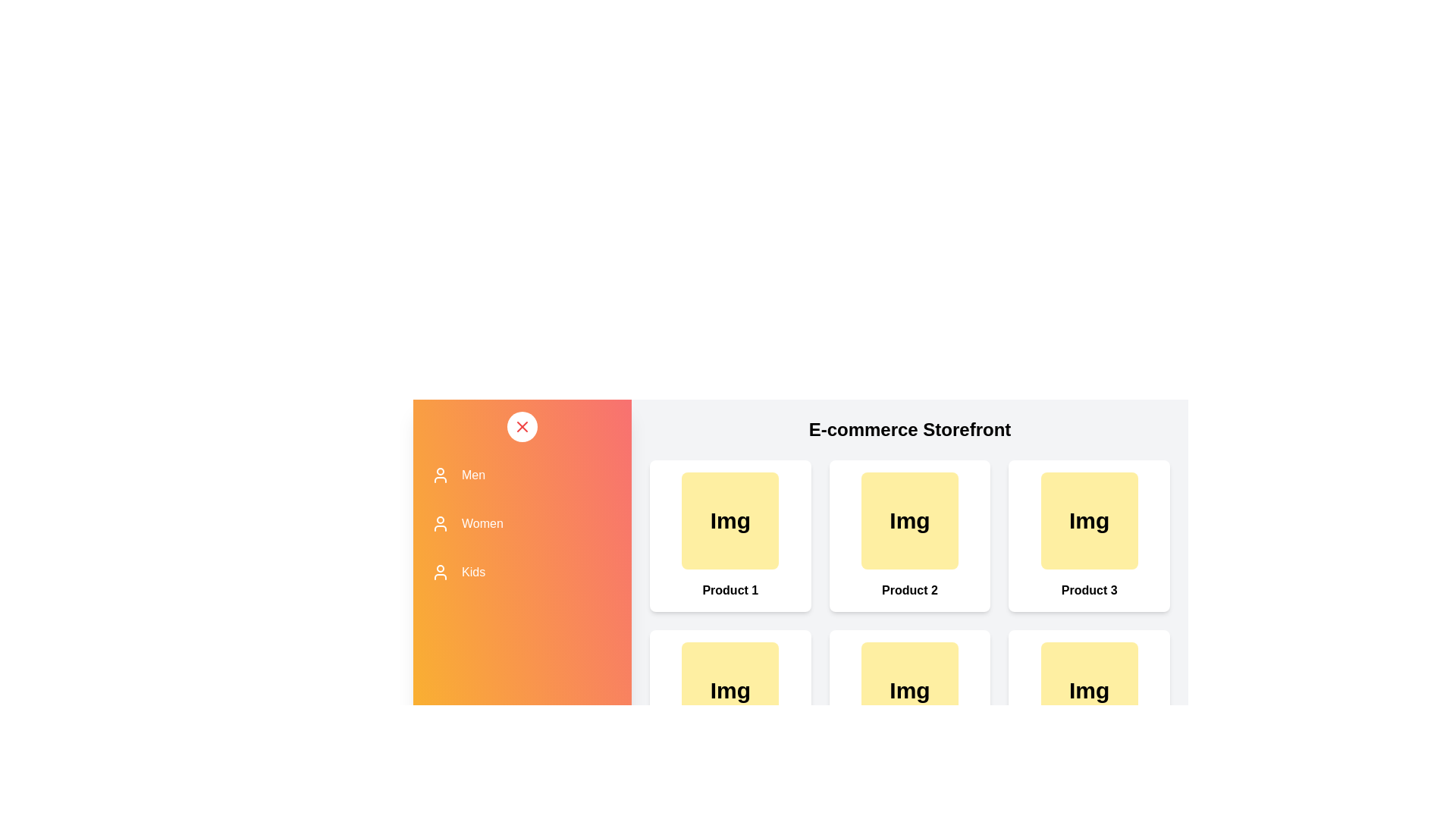 The width and height of the screenshot is (1456, 819). Describe the element at coordinates (522, 573) in the screenshot. I see `the category Kids from the list` at that location.